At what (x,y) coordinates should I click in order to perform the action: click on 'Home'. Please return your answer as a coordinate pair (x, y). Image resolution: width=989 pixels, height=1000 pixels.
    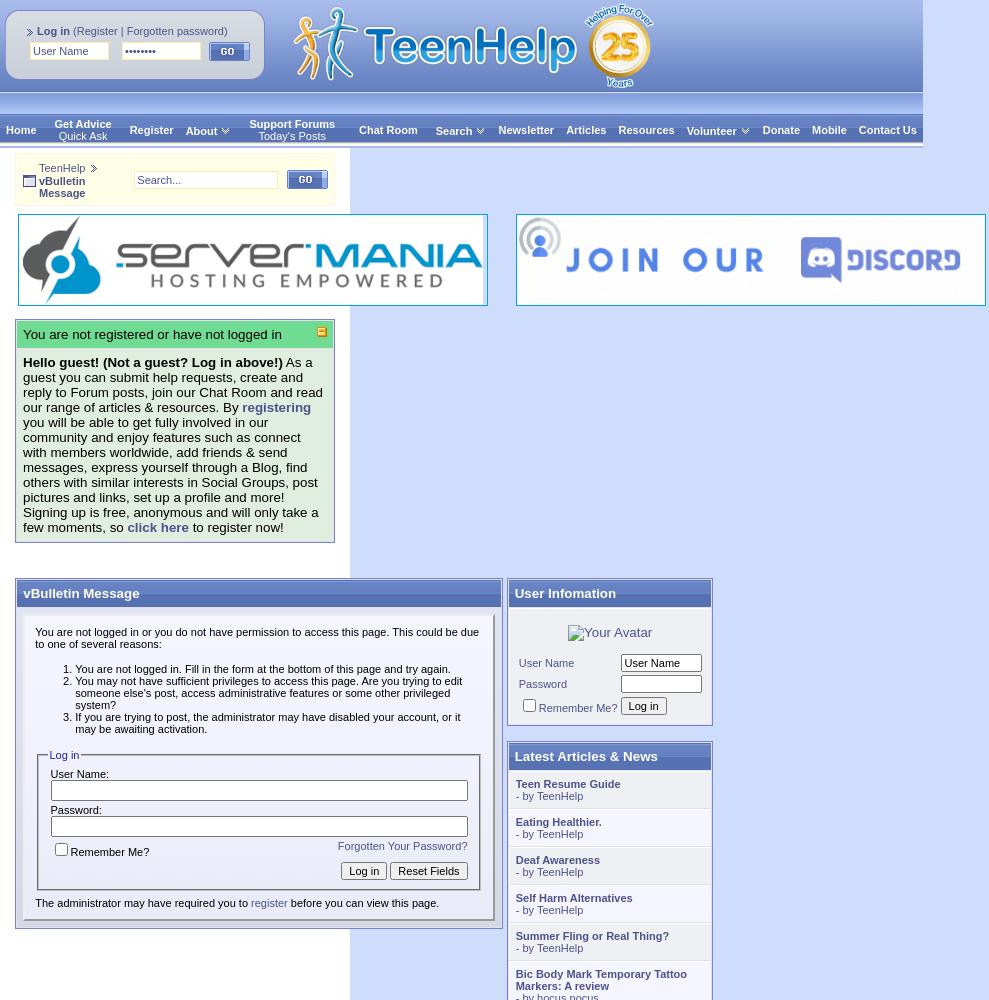
    Looking at the image, I should click on (5, 130).